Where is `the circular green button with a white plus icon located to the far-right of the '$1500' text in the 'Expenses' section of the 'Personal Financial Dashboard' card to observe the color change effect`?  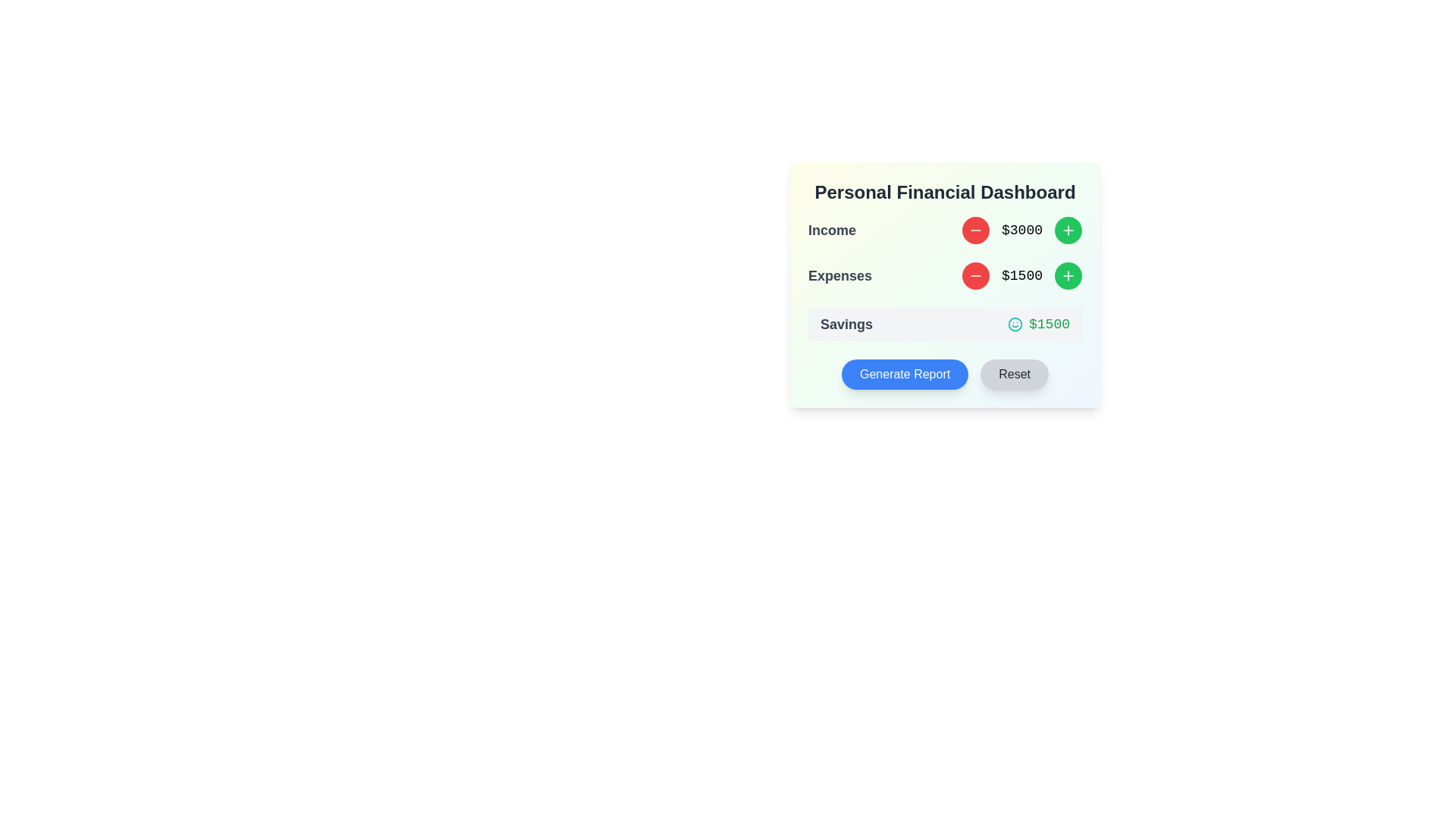 the circular green button with a white plus icon located to the far-right of the '$1500' text in the 'Expenses' section of the 'Personal Financial Dashboard' card to observe the color change effect is located at coordinates (1068, 275).